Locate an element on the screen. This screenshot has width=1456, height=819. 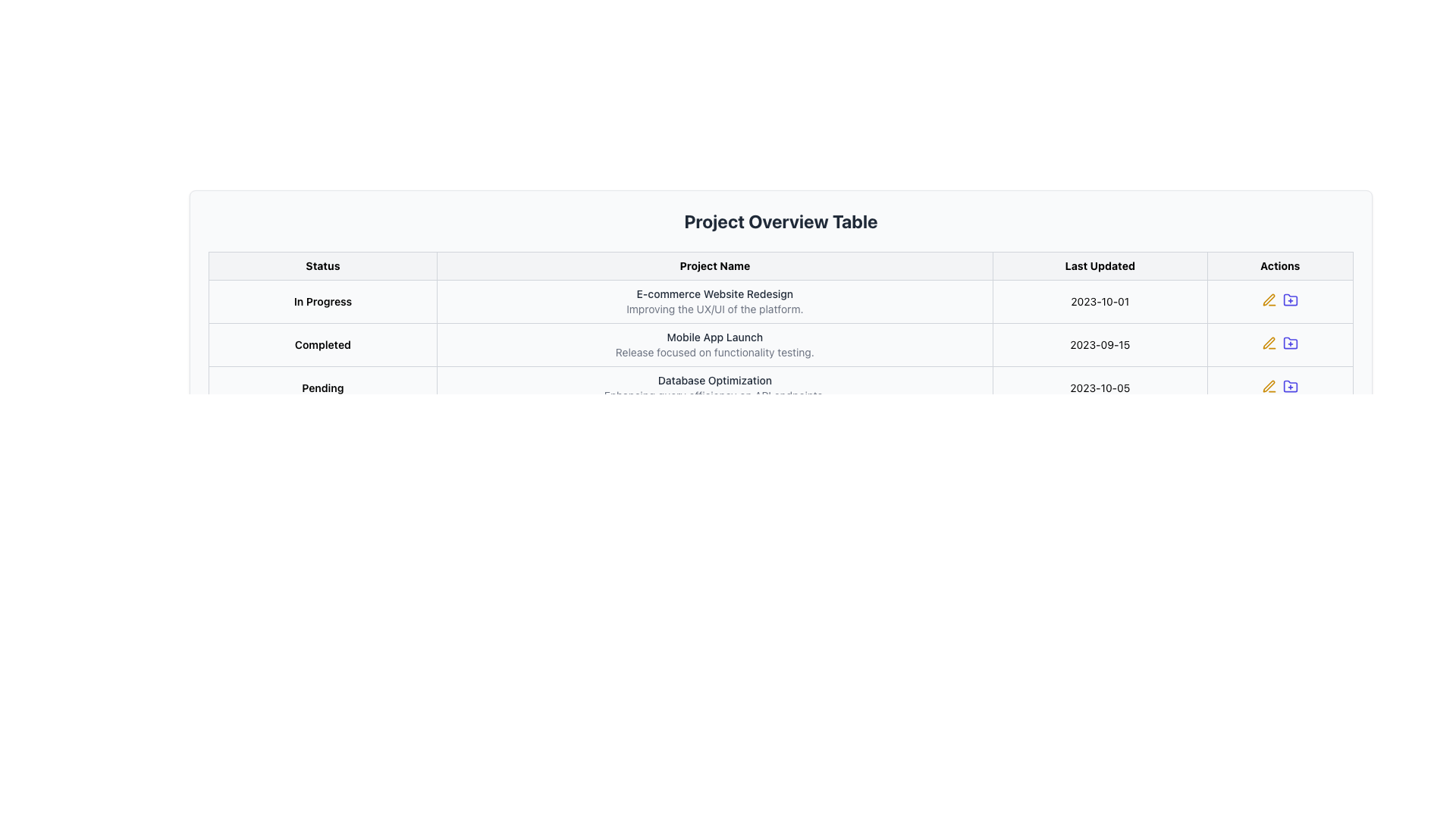
the text label reading 'Project Name' which is the second header in a table, positioned between 'Status' and 'Last Updated' is located at coordinates (714, 265).